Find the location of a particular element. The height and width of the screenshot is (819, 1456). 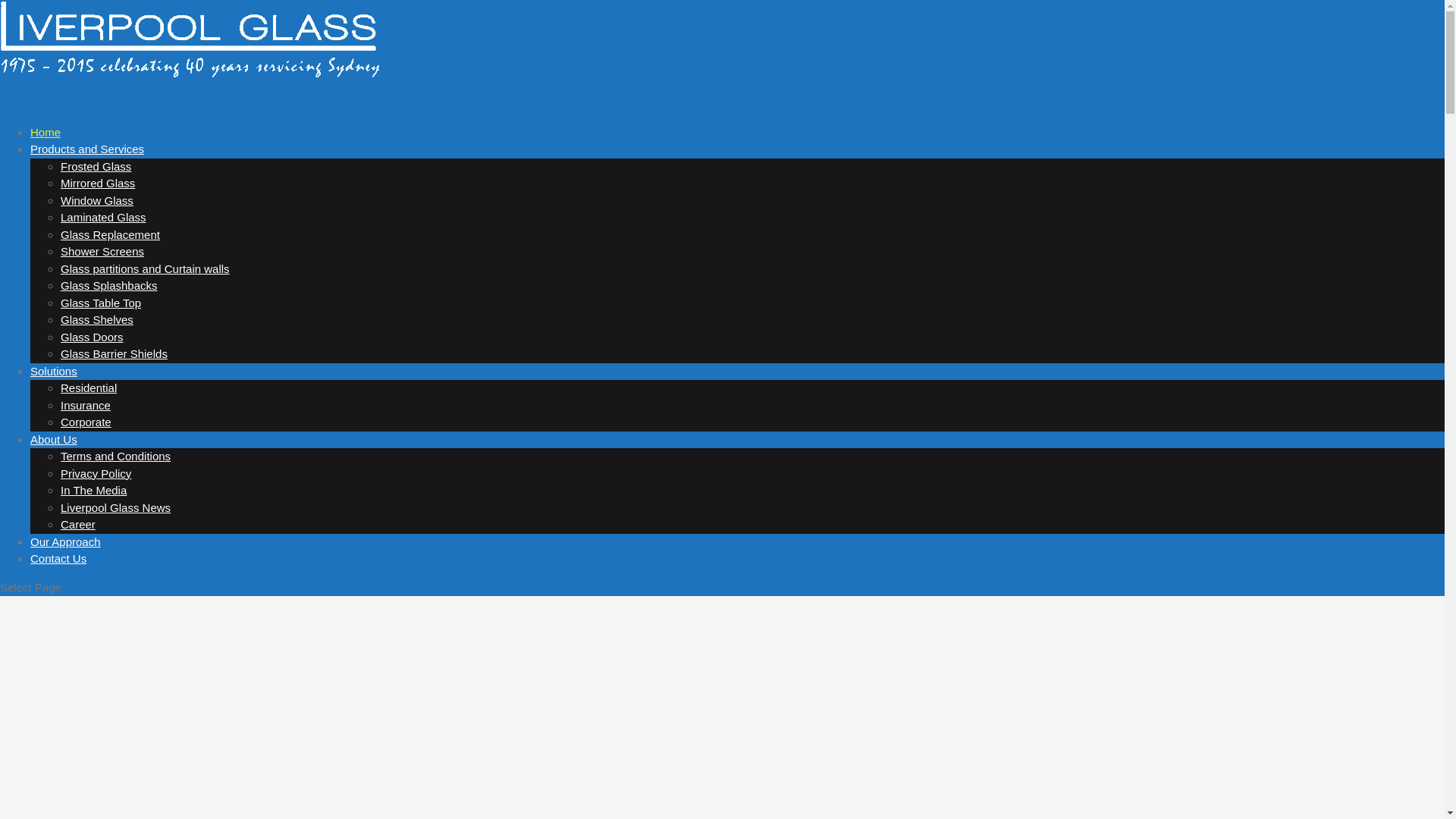

'Frosted Glass' is located at coordinates (95, 165).